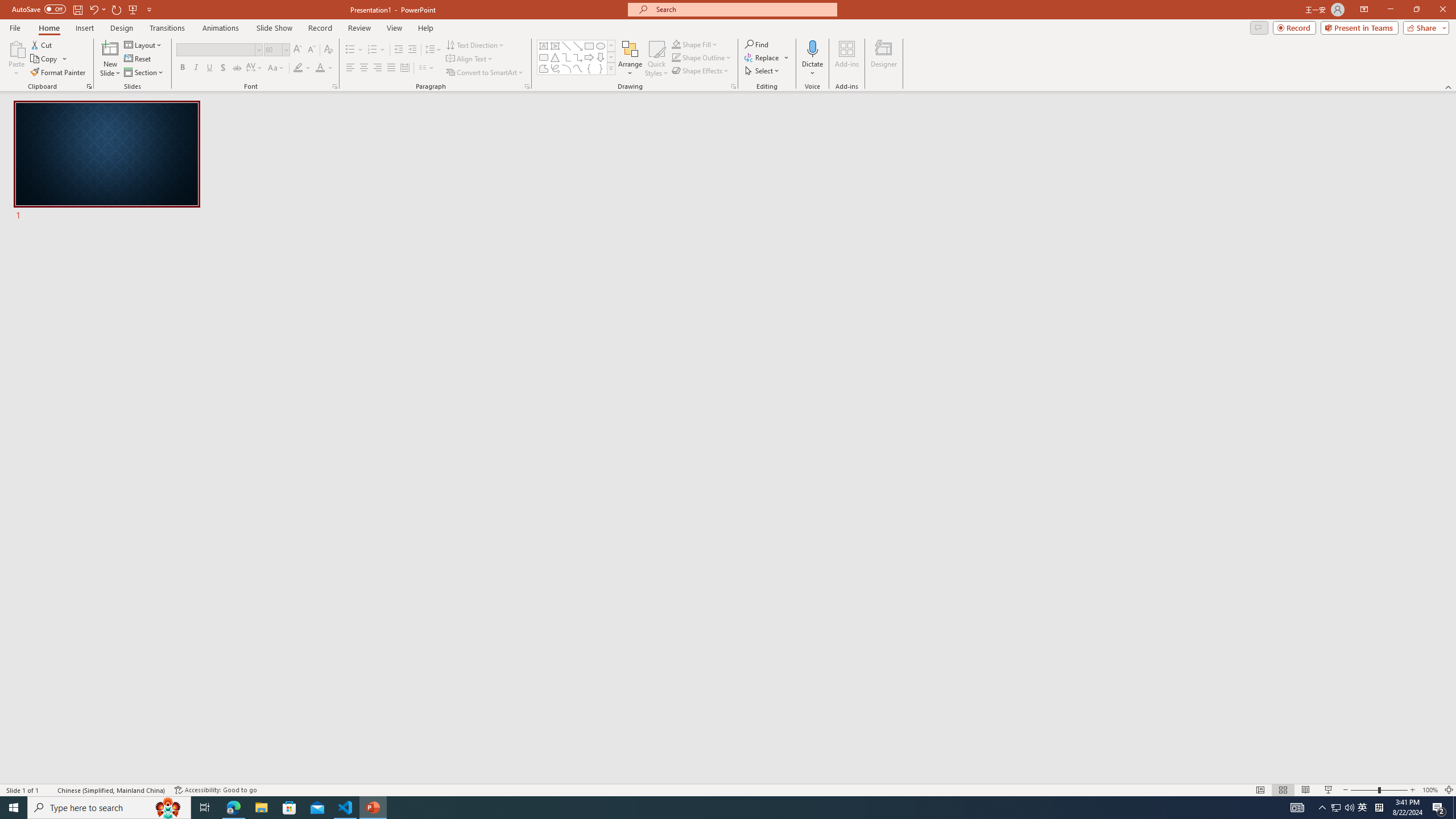 This screenshot has width=1456, height=819. I want to click on 'Increase Indent', so click(412, 49).